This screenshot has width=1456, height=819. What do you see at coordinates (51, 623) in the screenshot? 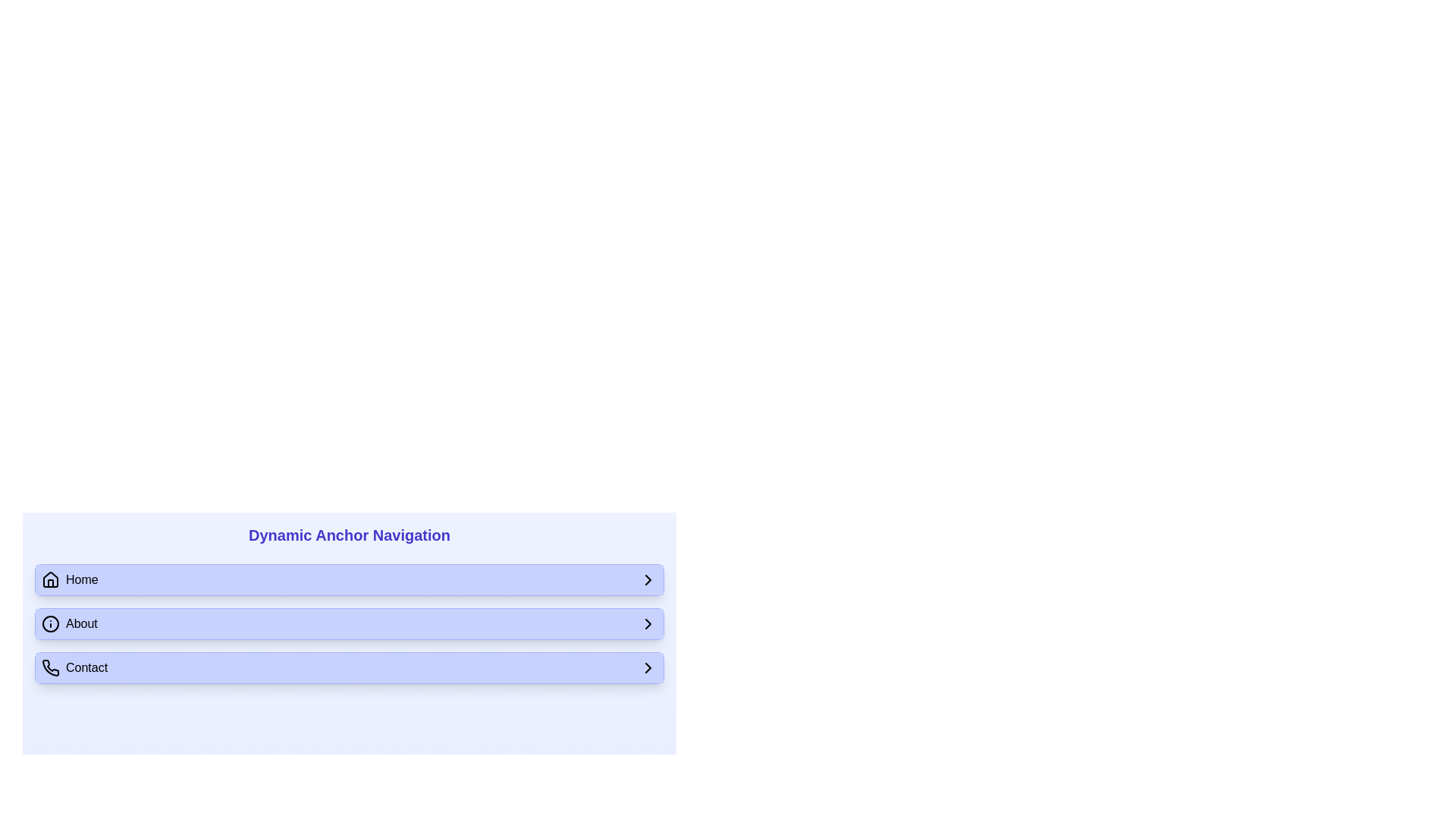
I see `the circular information icon with a thin black outline located in the second row of the navigation bar, positioned to the left of the text 'About'` at bounding box center [51, 623].